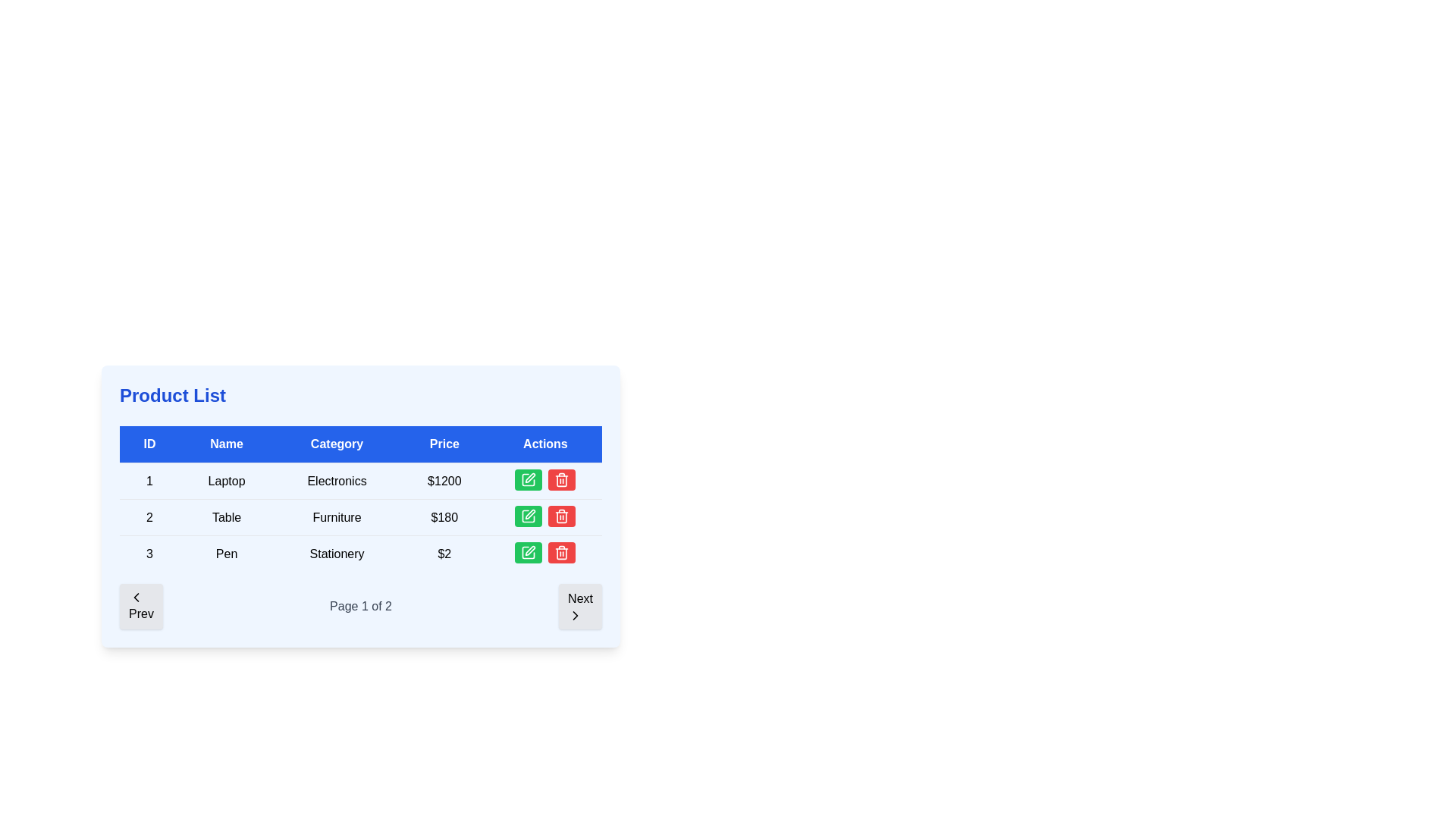 This screenshot has height=819, width=1456. I want to click on the red button with rounded corners containing a white trash can icon, located in the 'Actions' column at the third row of the table, so click(561, 553).